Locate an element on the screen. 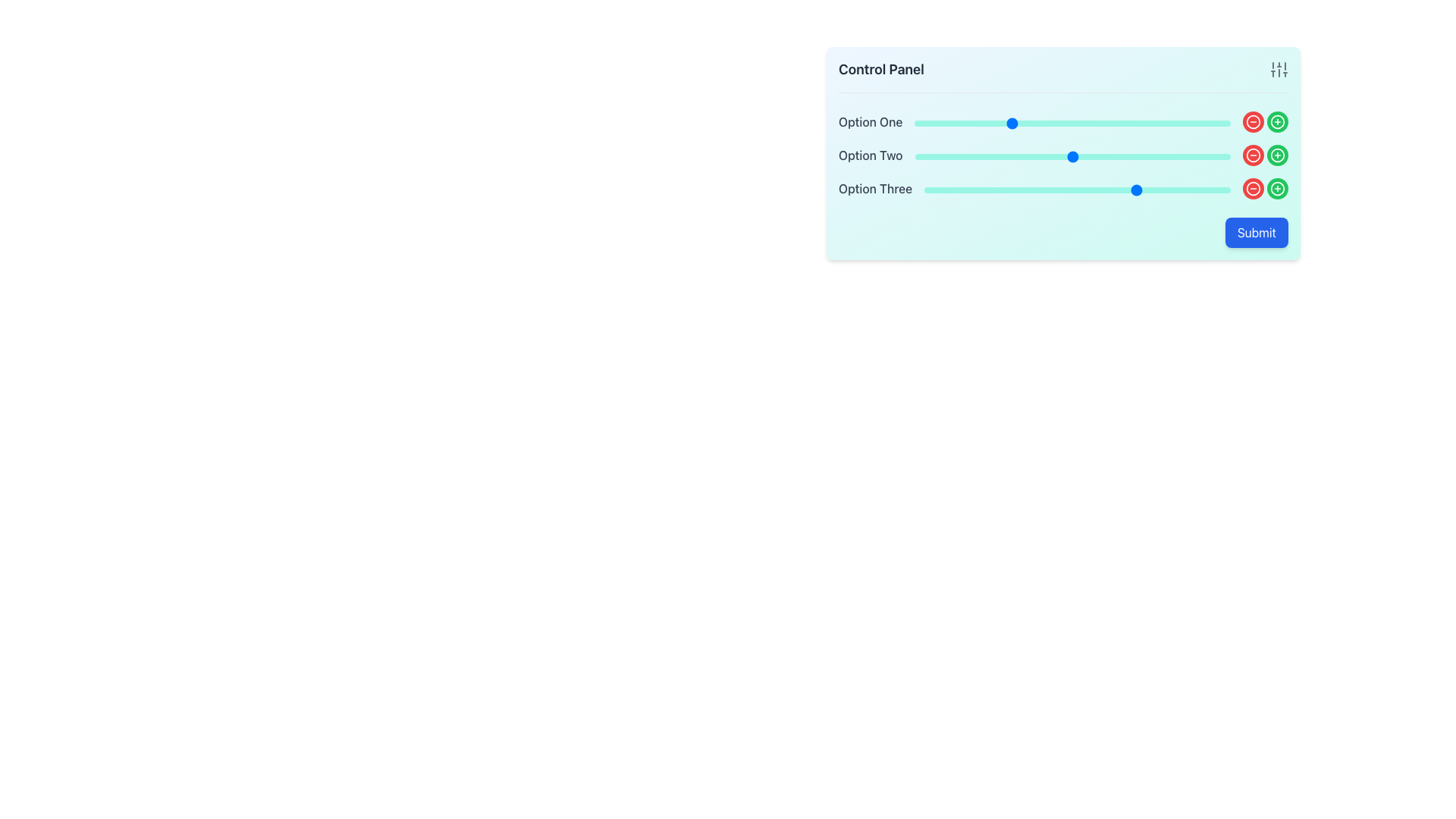 The width and height of the screenshot is (1456, 819). the slider is located at coordinates (1211, 157).